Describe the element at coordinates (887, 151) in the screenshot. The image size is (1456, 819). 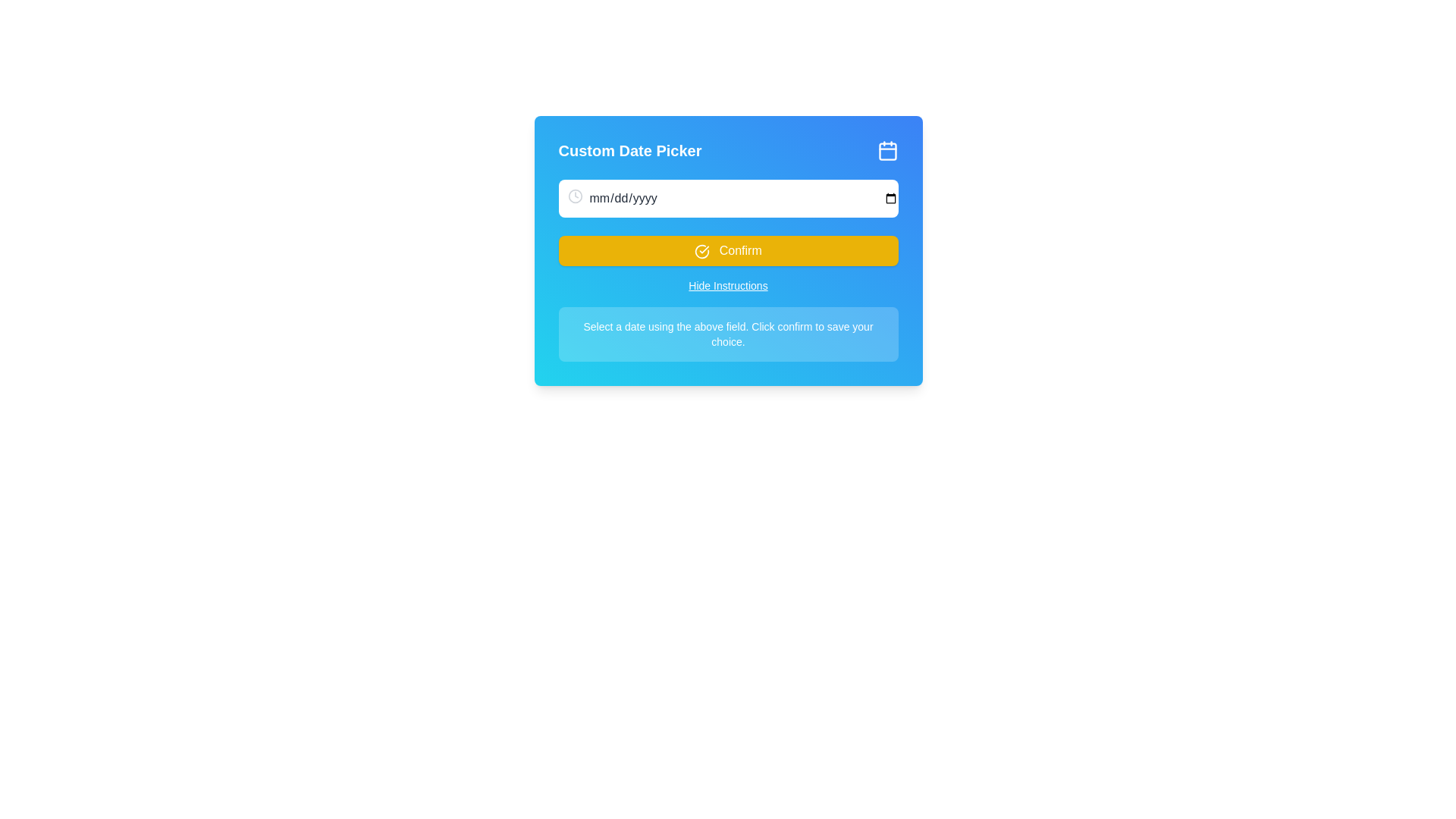
I see `the calendar icon located in the top-right corner of the 'Custom Date Picker' card, which visually indicates date selection` at that location.